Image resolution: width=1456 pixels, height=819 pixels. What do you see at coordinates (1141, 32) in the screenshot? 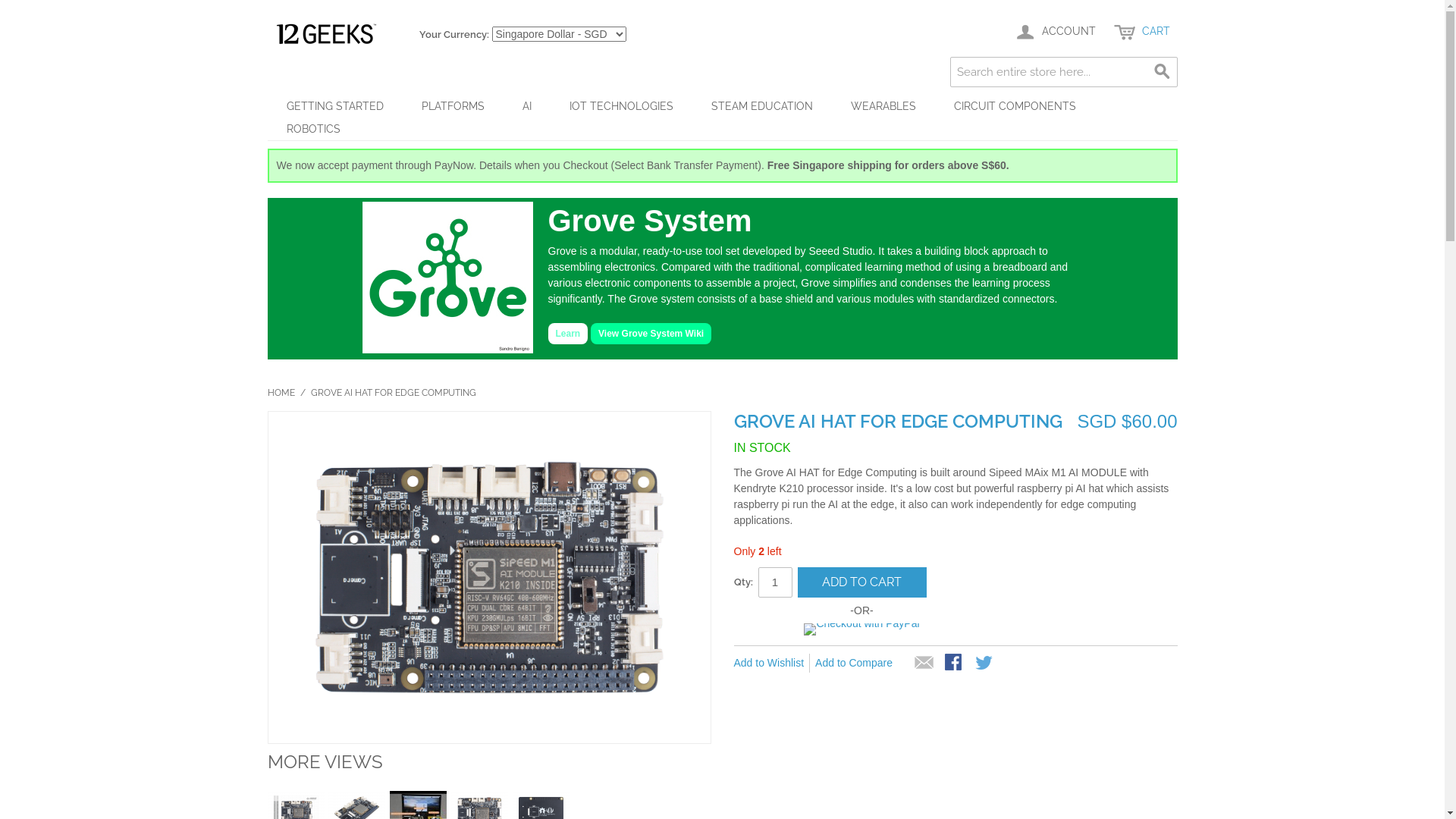
I see `'CART'` at bounding box center [1141, 32].